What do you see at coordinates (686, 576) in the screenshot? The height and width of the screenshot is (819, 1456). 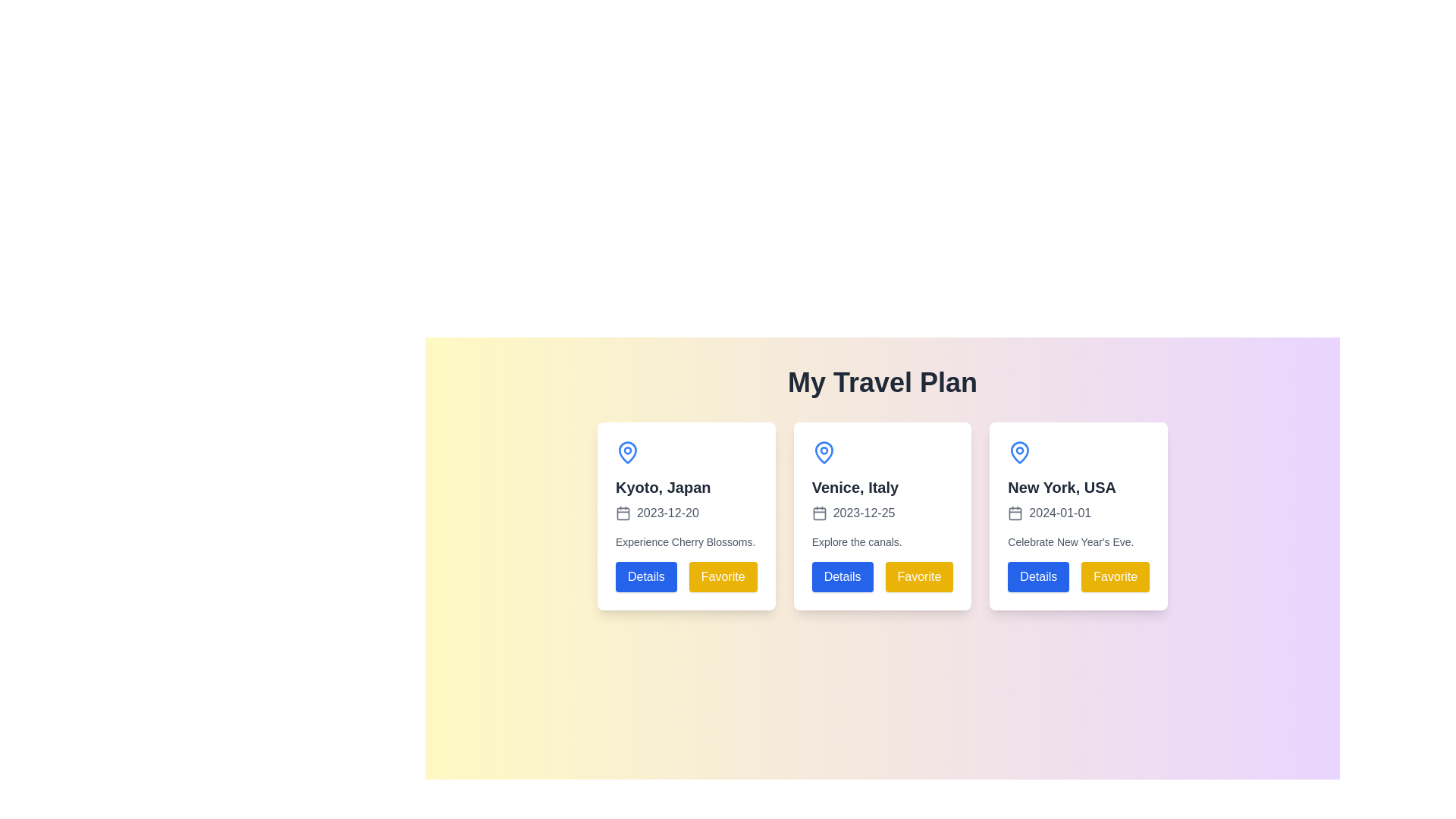 I see `the 'Favorite' button located at the bottom of the first travel destination card, directly below the description text 'Experience Cherry Blossoms'` at bounding box center [686, 576].